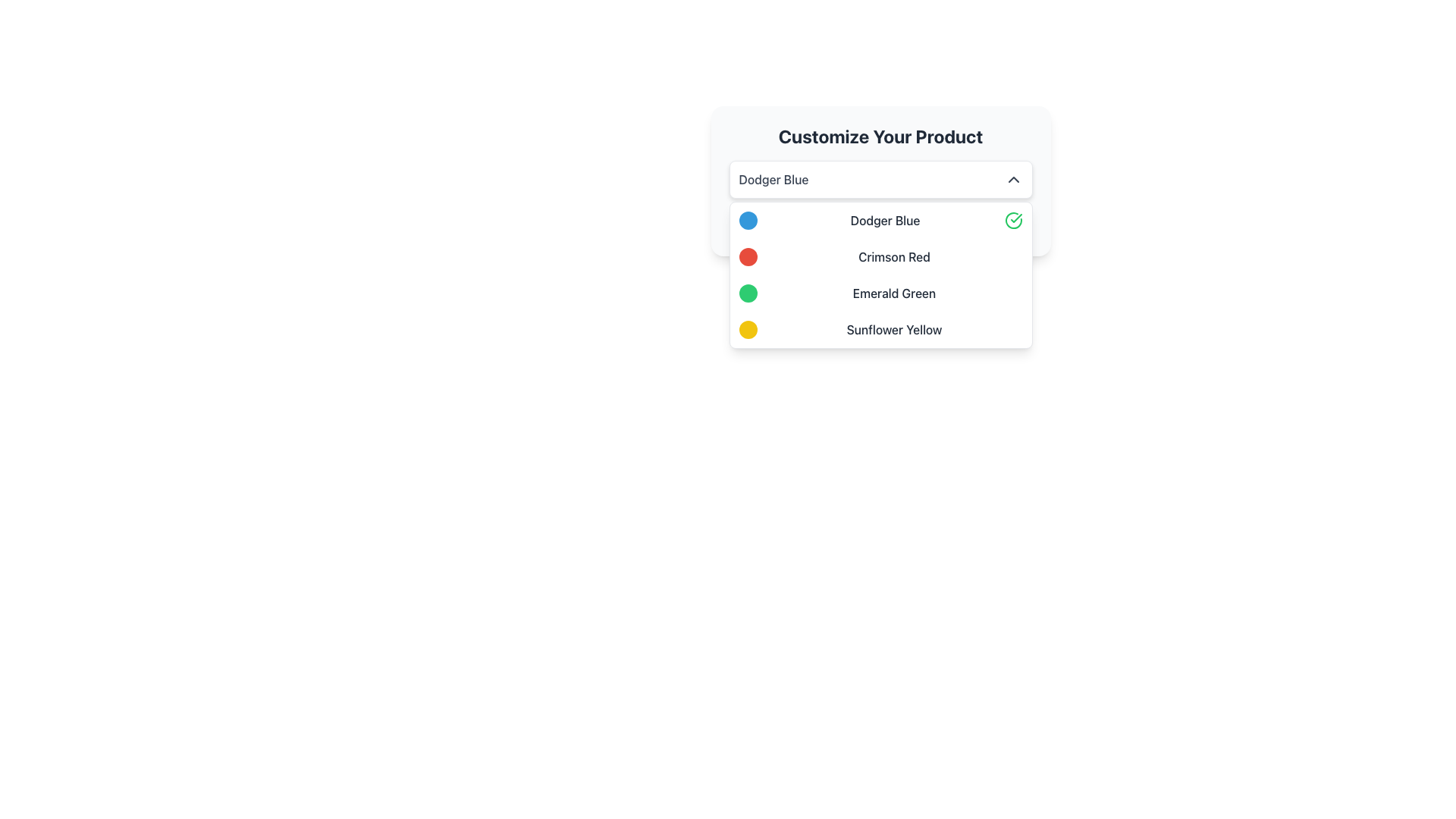  Describe the element at coordinates (748, 329) in the screenshot. I see `the Circular color indicator representing 'Sunflower Yellow' located on the leftmost side of the dropdown menu row` at that location.